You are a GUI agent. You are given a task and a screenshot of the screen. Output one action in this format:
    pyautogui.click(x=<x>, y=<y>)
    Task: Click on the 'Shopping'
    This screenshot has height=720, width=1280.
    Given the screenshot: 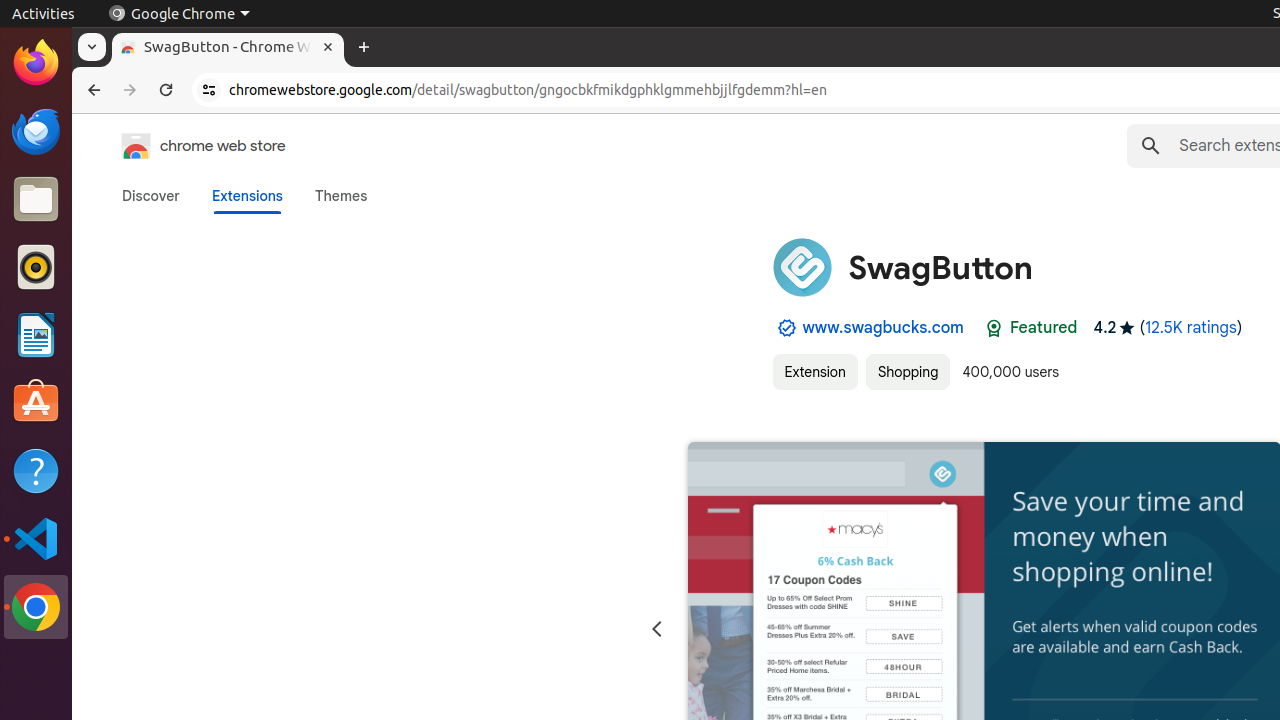 What is the action you would take?
    pyautogui.click(x=907, y=372)
    